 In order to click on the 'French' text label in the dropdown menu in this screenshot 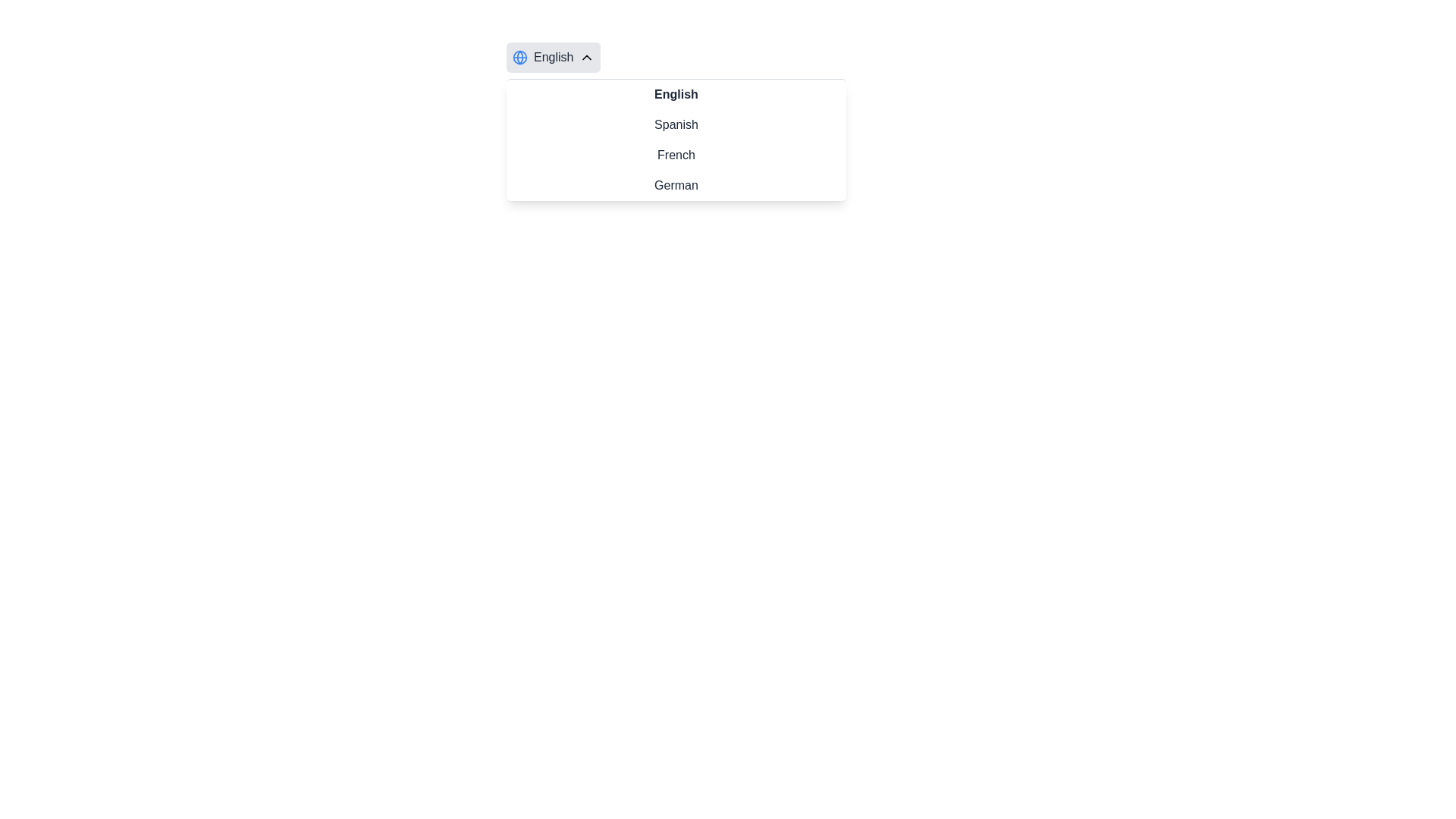, I will do `click(676, 155)`.